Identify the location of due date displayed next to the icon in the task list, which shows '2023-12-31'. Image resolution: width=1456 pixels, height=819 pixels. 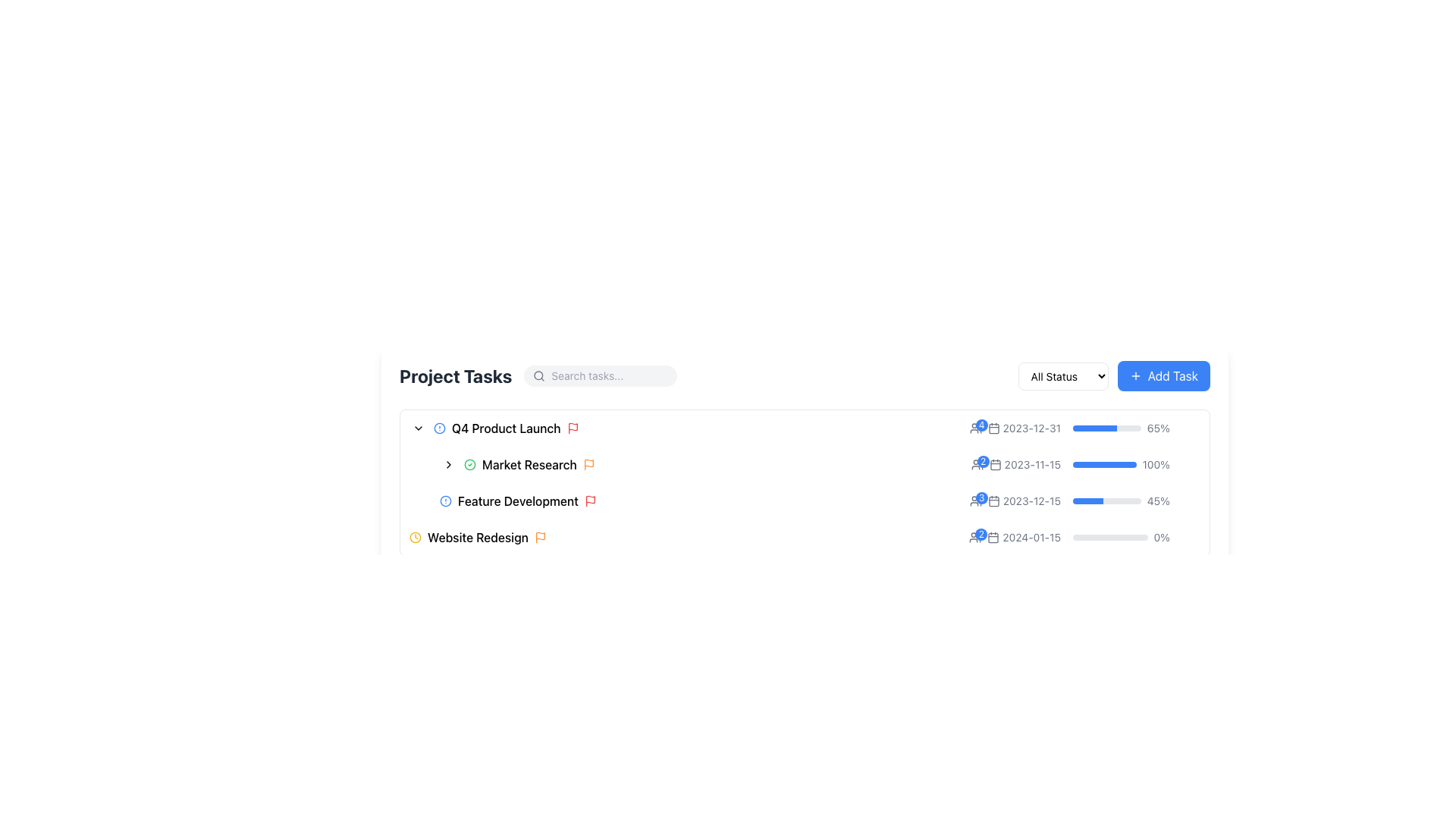
(1015, 428).